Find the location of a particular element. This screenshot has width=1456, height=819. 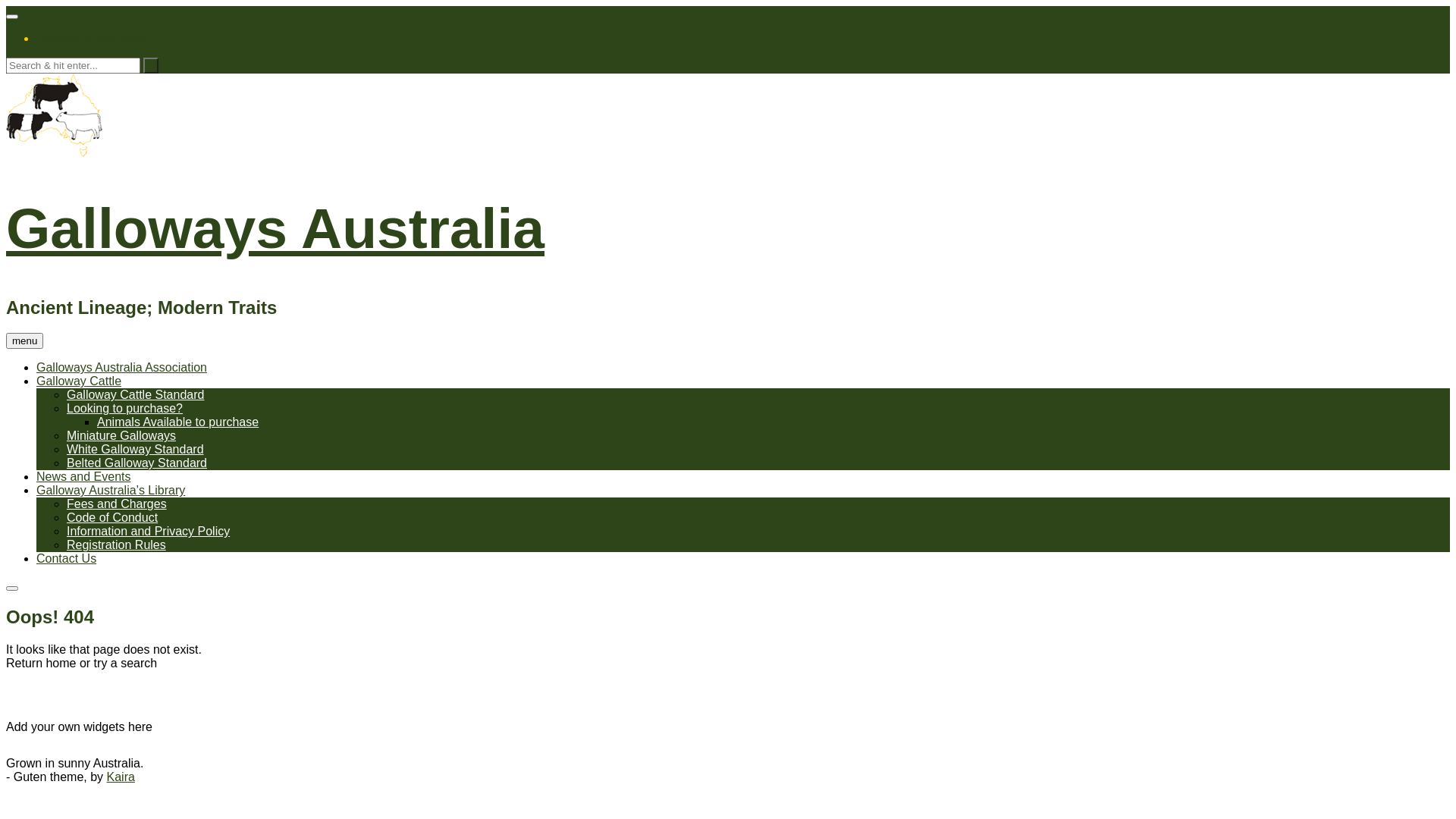

'Galloway Cattle' is located at coordinates (78, 380).